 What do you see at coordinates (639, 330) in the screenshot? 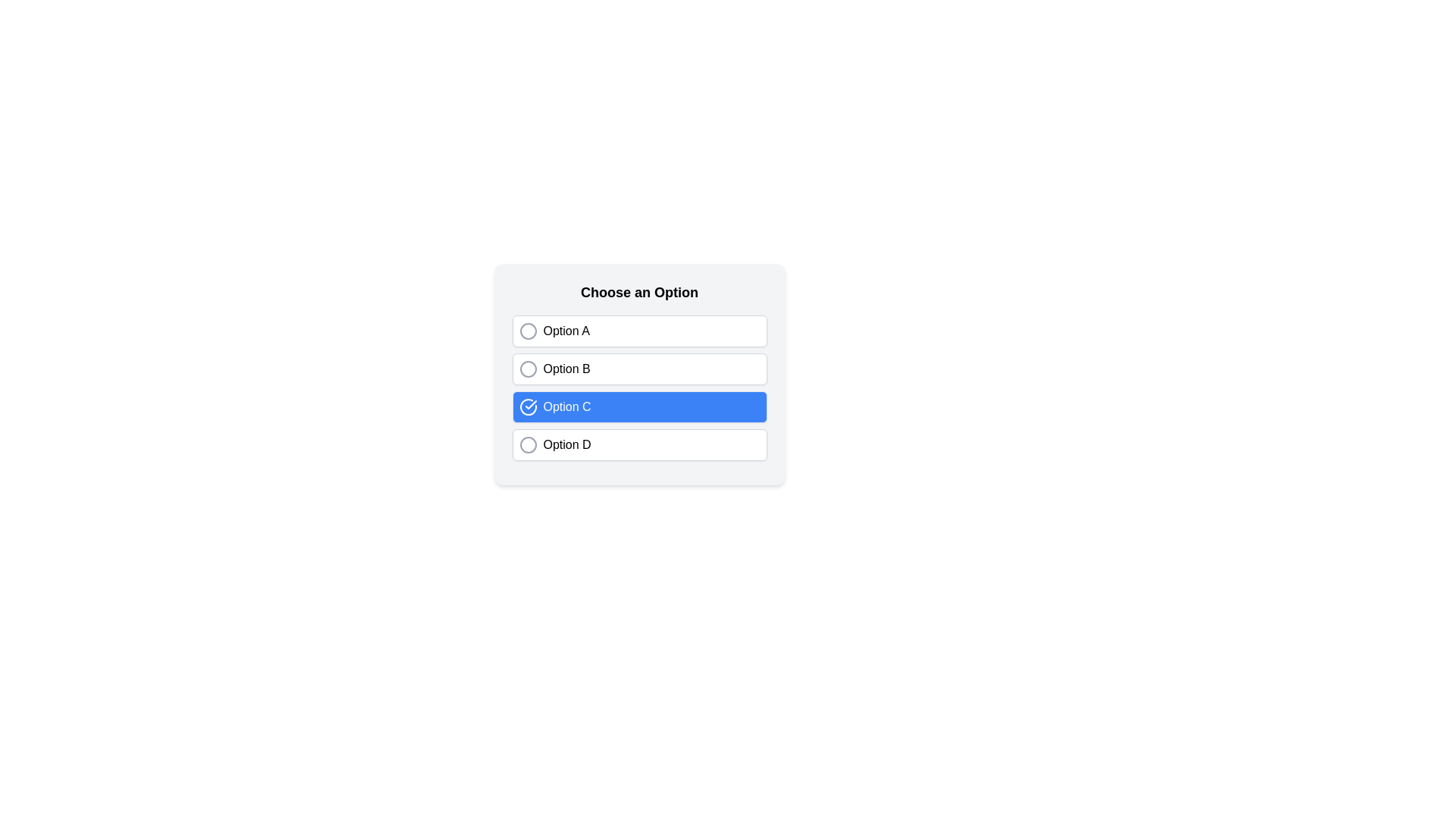
I see `the 'Option A' radio button` at bounding box center [639, 330].